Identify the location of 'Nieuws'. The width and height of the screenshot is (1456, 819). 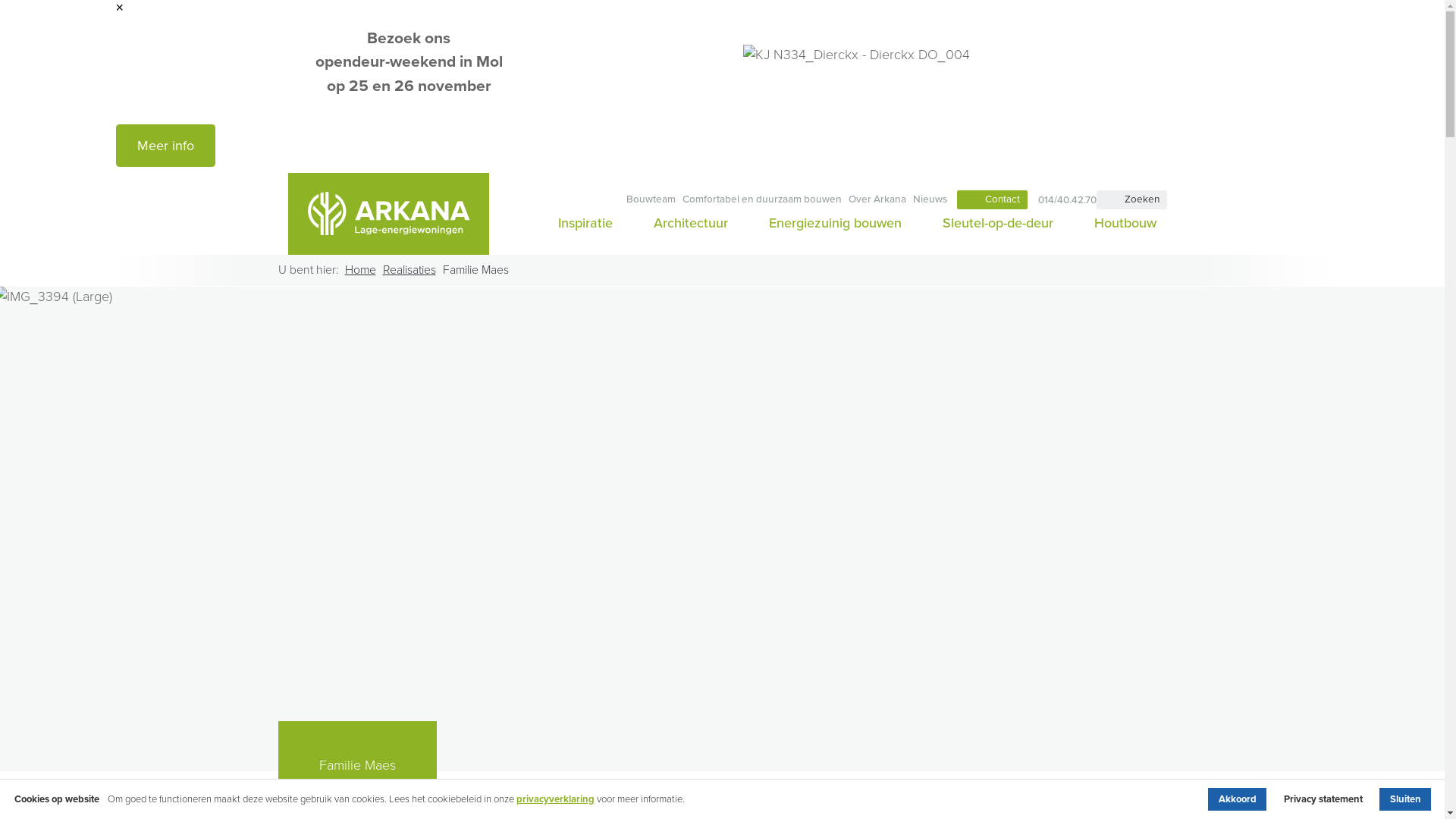
(928, 199).